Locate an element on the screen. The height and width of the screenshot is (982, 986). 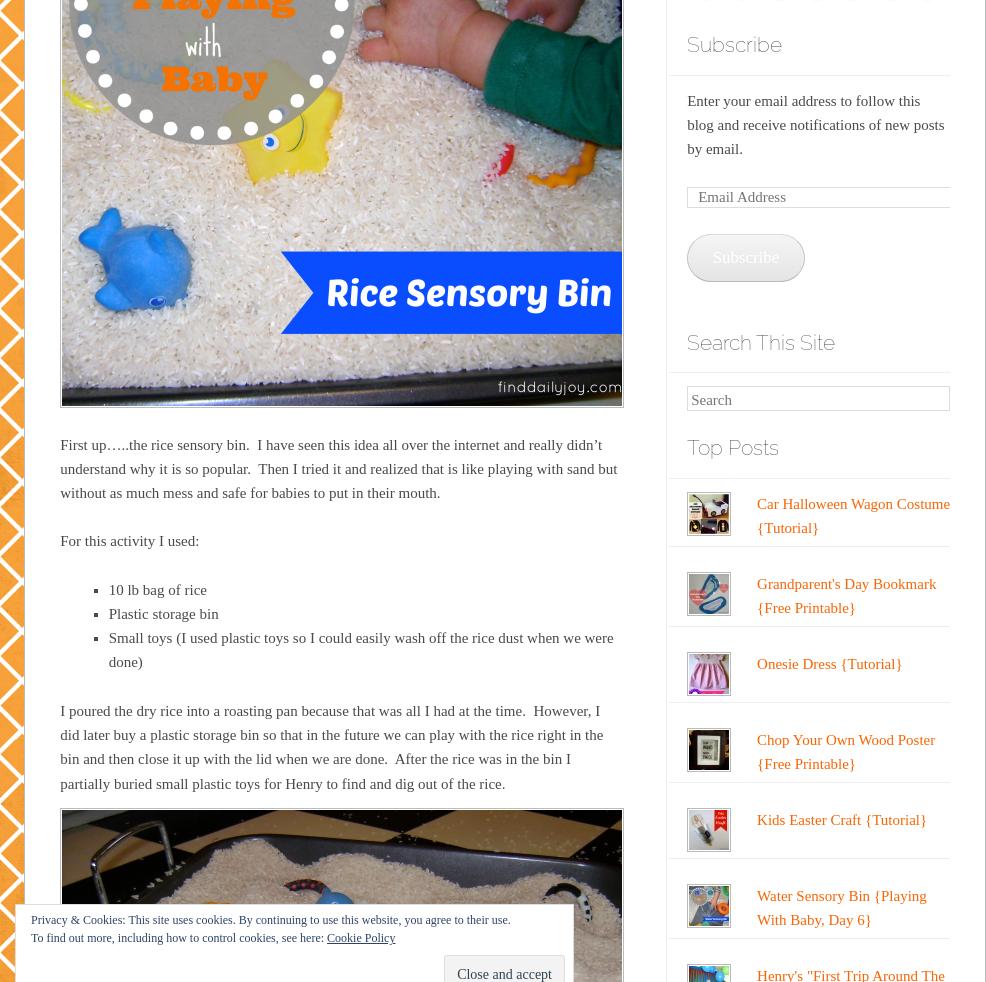
'Plastic storage bin' is located at coordinates (162, 613).